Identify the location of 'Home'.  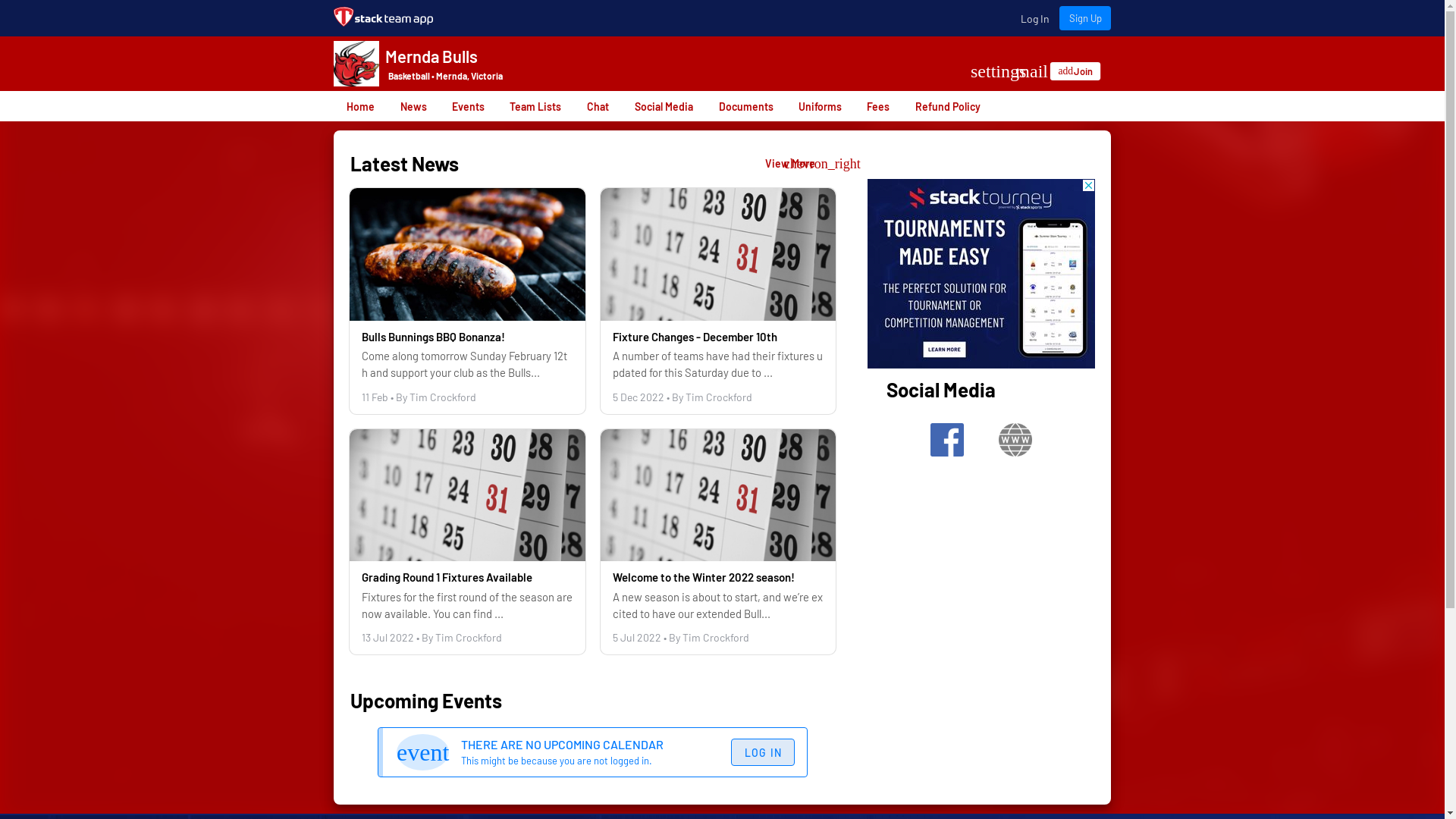
(333, 105).